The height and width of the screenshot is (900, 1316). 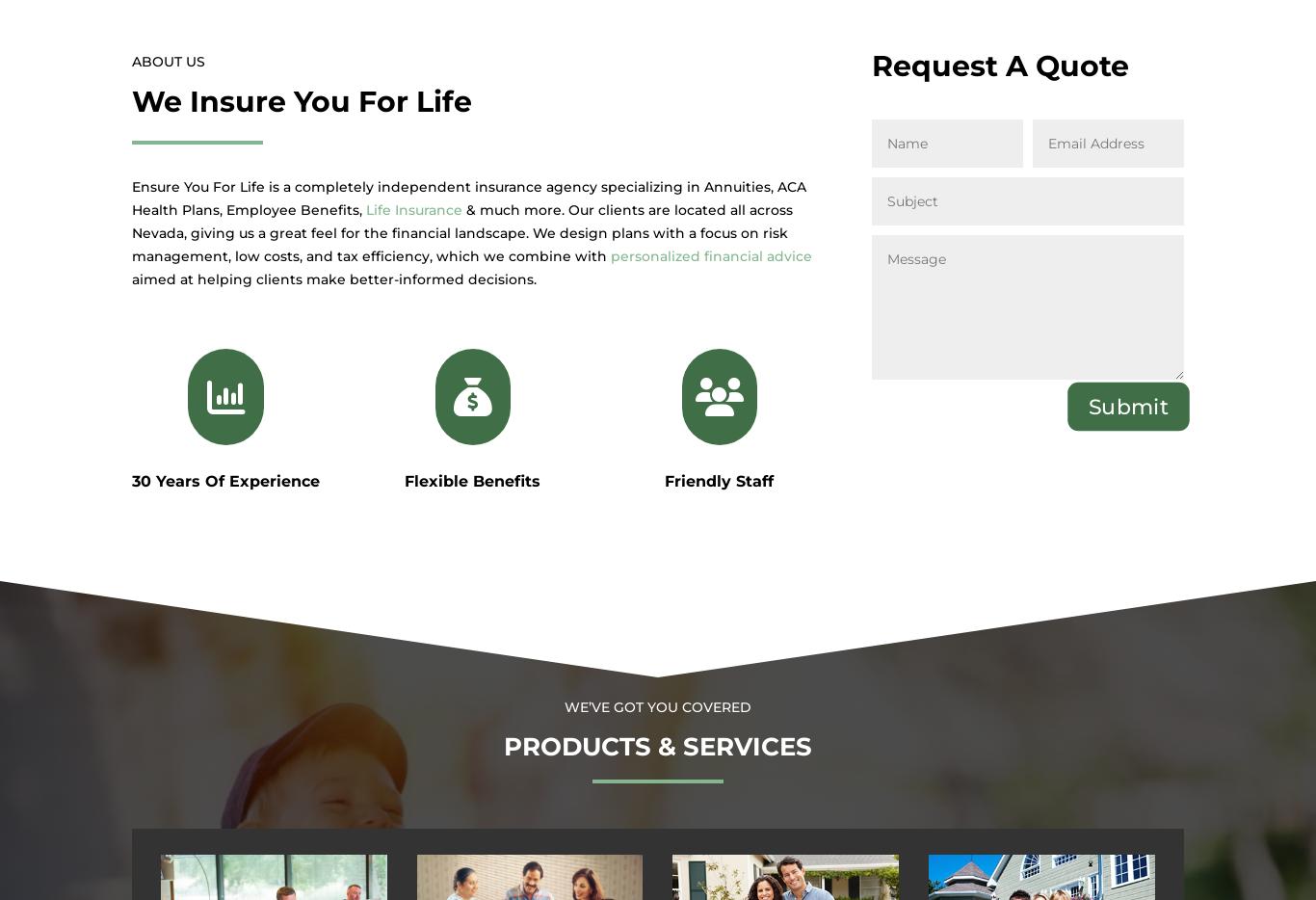 What do you see at coordinates (656, 745) in the screenshot?
I see `'Products & Services'` at bounding box center [656, 745].